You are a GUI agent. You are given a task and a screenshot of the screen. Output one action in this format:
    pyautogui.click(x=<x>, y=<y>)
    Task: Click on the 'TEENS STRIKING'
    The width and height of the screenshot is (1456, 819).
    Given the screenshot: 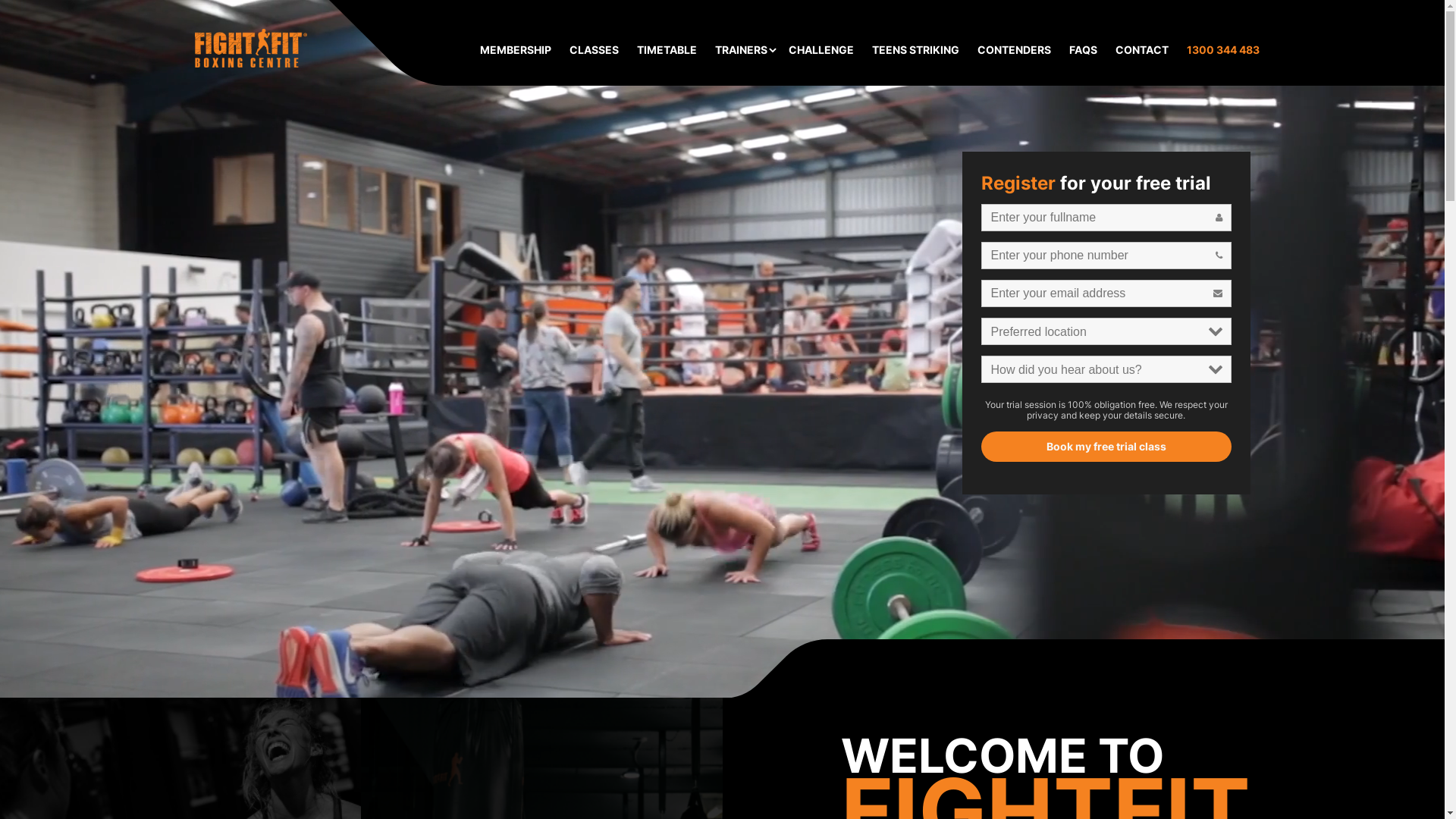 What is the action you would take?
    pyautogui.click(x=915, y=49)
    